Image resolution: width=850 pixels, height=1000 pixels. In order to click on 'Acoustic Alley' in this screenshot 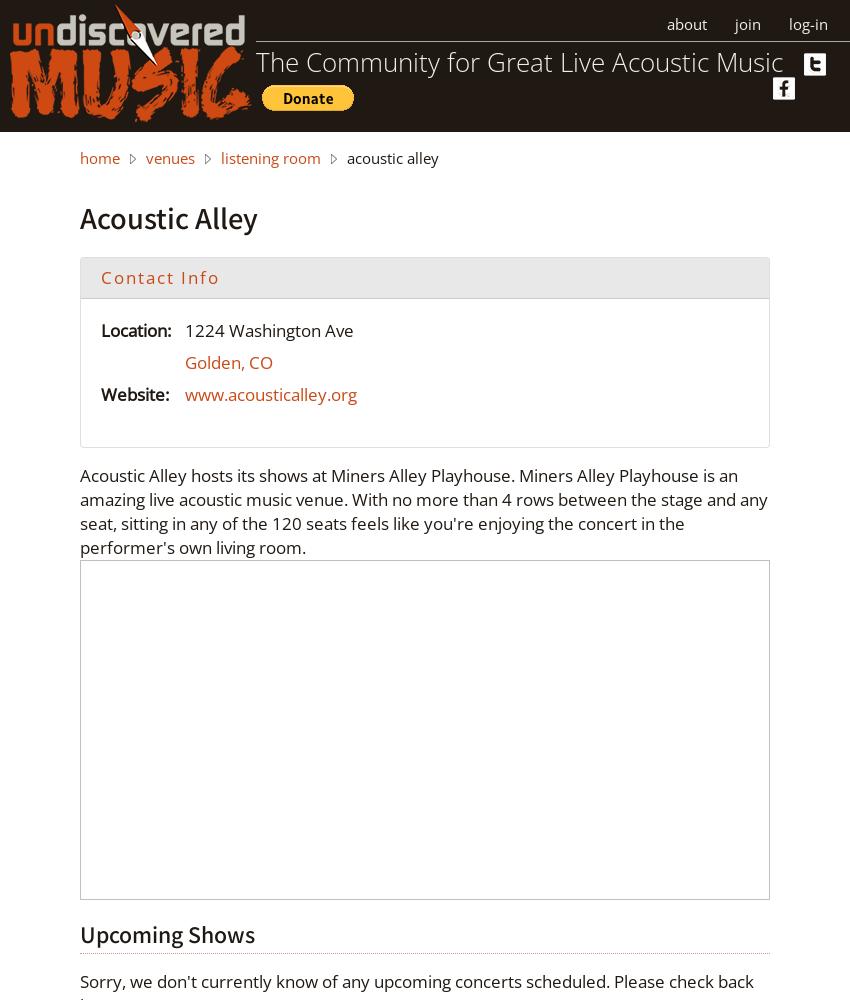, I will do `click(168, 216)`.